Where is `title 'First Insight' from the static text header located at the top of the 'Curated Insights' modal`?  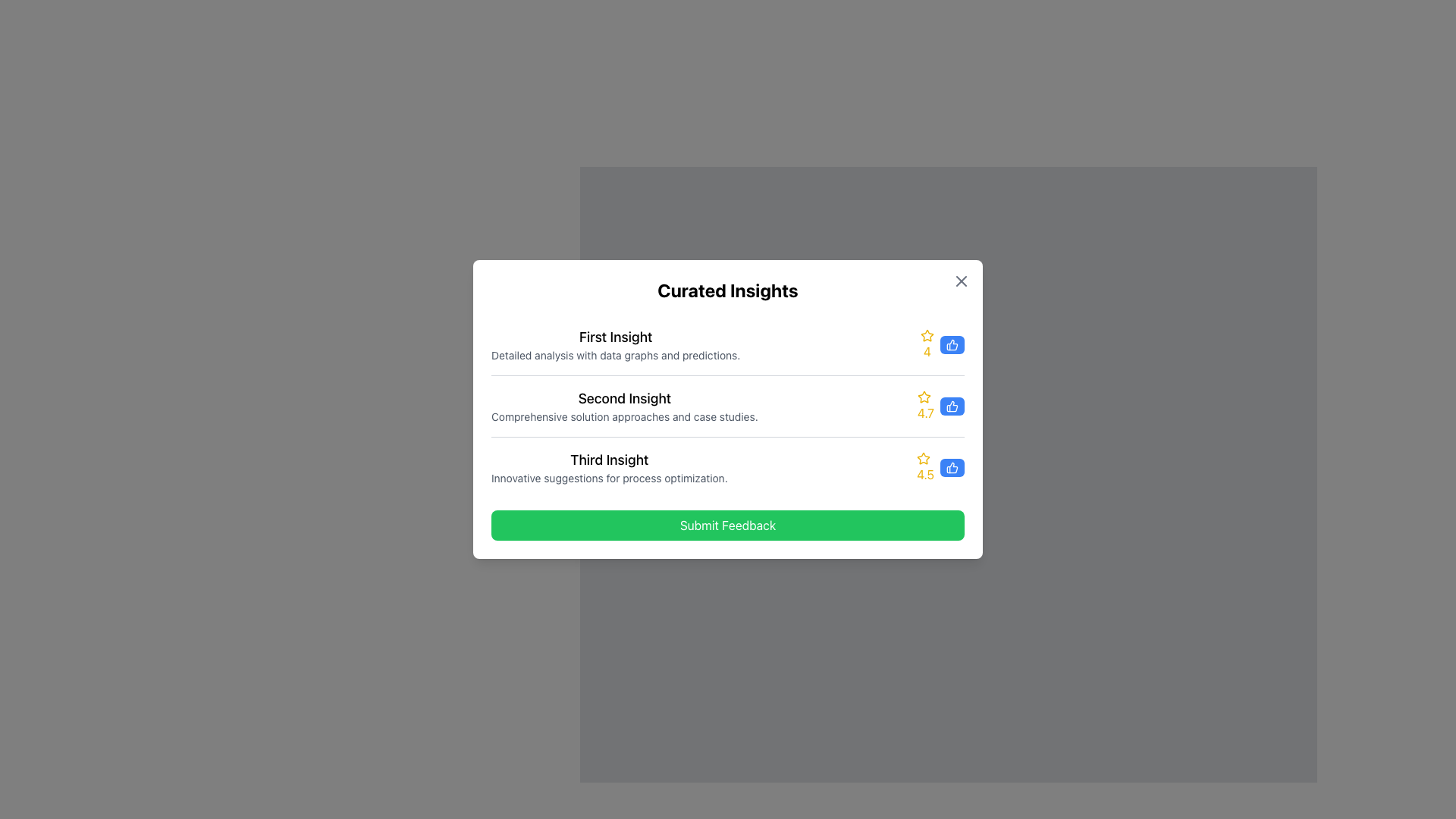 title 'First Insight' from the static text header located at the top of the 'Curated Insights' modal is located at coordinates (616, 336).